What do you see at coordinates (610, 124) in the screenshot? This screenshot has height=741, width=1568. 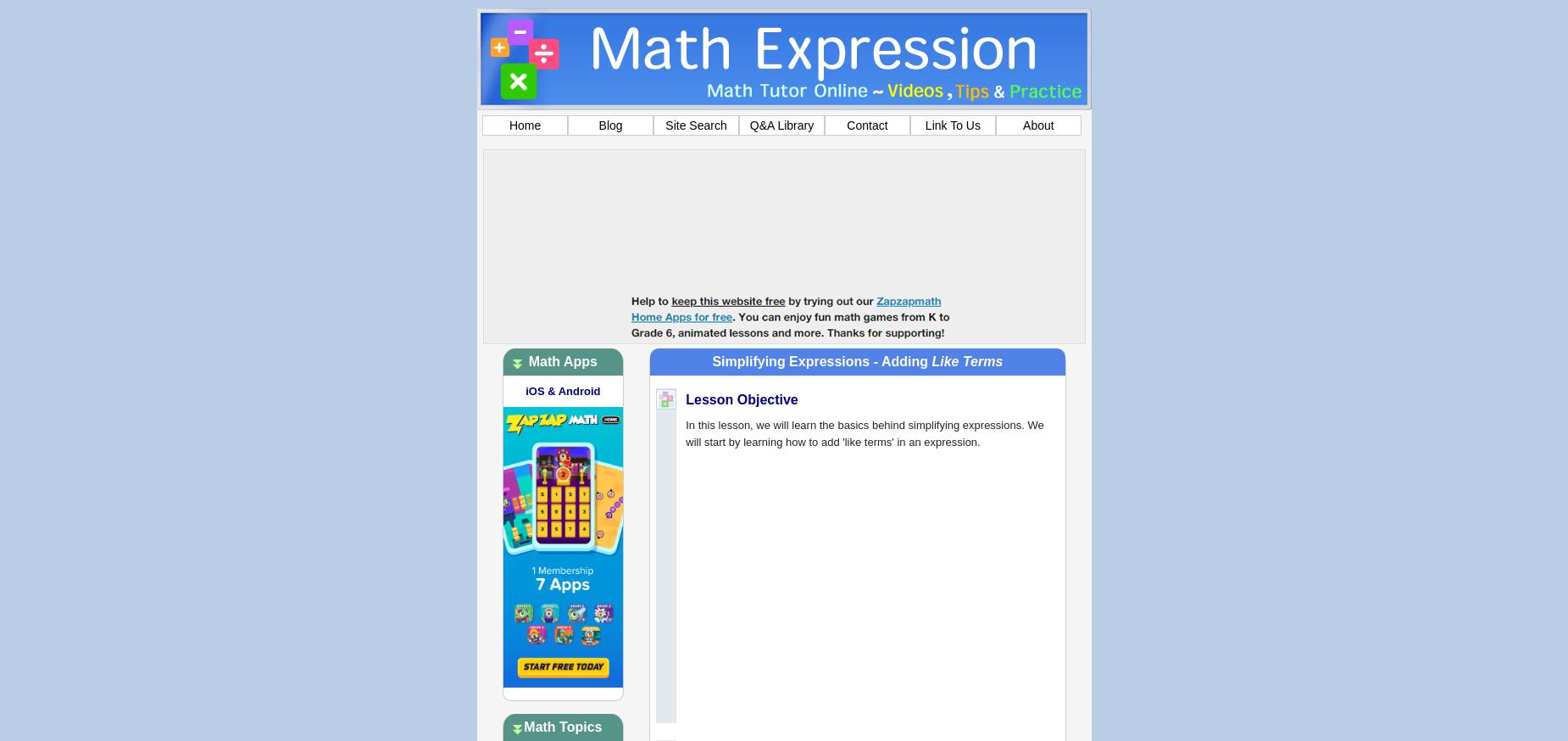 I see `'Blog'` at bounding box center [610, 124].